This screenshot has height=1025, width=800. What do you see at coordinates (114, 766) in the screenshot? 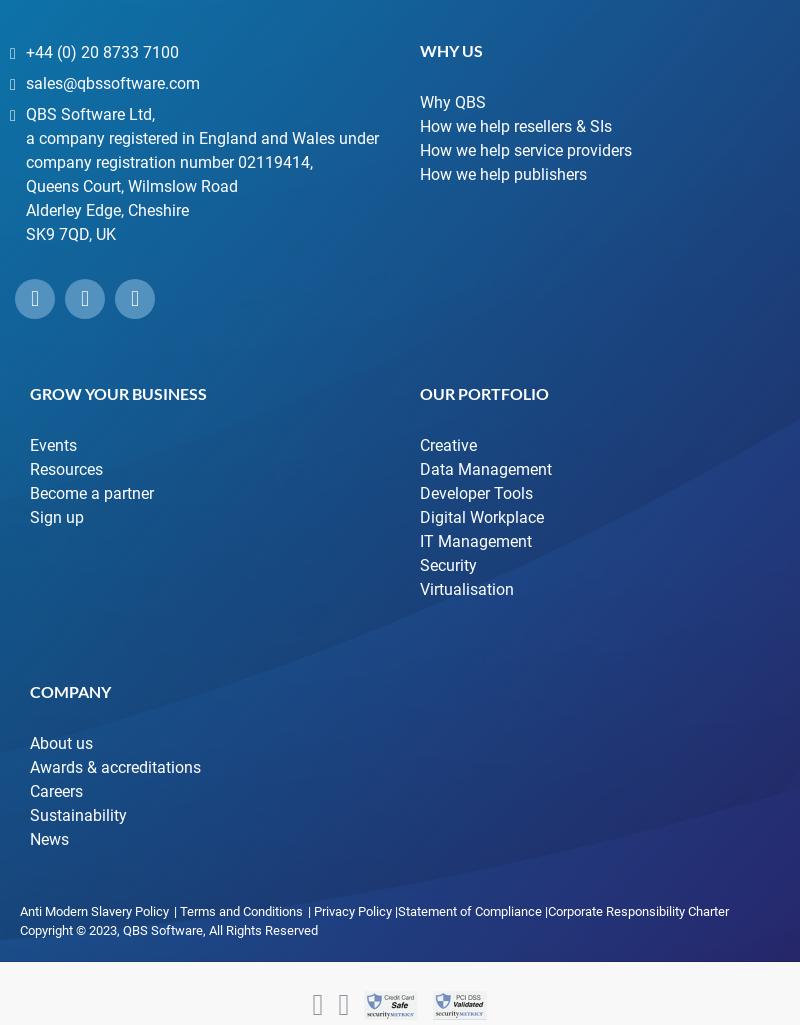
I see `'Awards & accreditations'` at bounding box center [114, 766].